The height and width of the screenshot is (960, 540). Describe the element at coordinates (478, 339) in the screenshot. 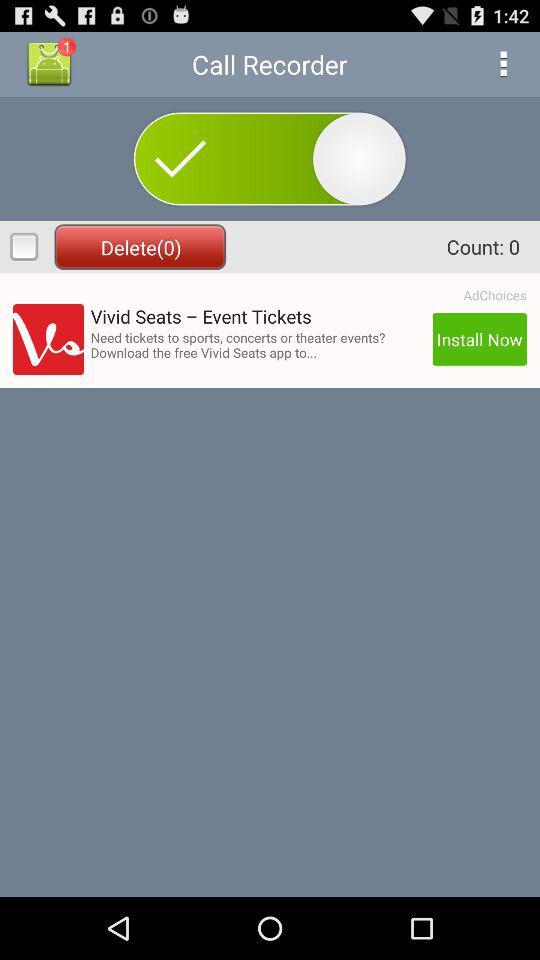

I see `app below the adchoices app` at that location.